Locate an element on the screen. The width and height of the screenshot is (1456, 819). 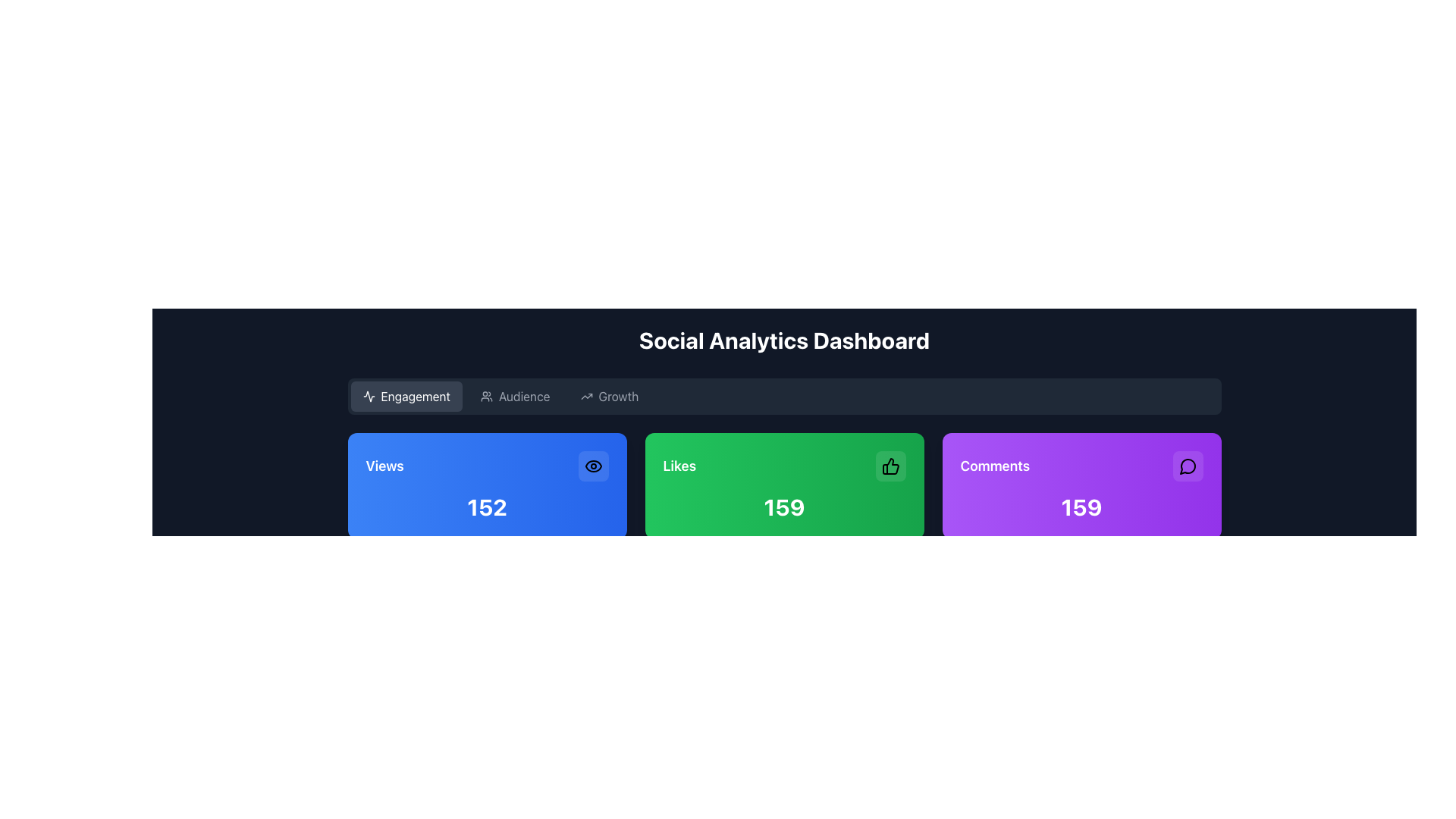
the button with text and icon positioned between the 'Engagement' and 'Growth' buttons is located at coordinates (515, 396).